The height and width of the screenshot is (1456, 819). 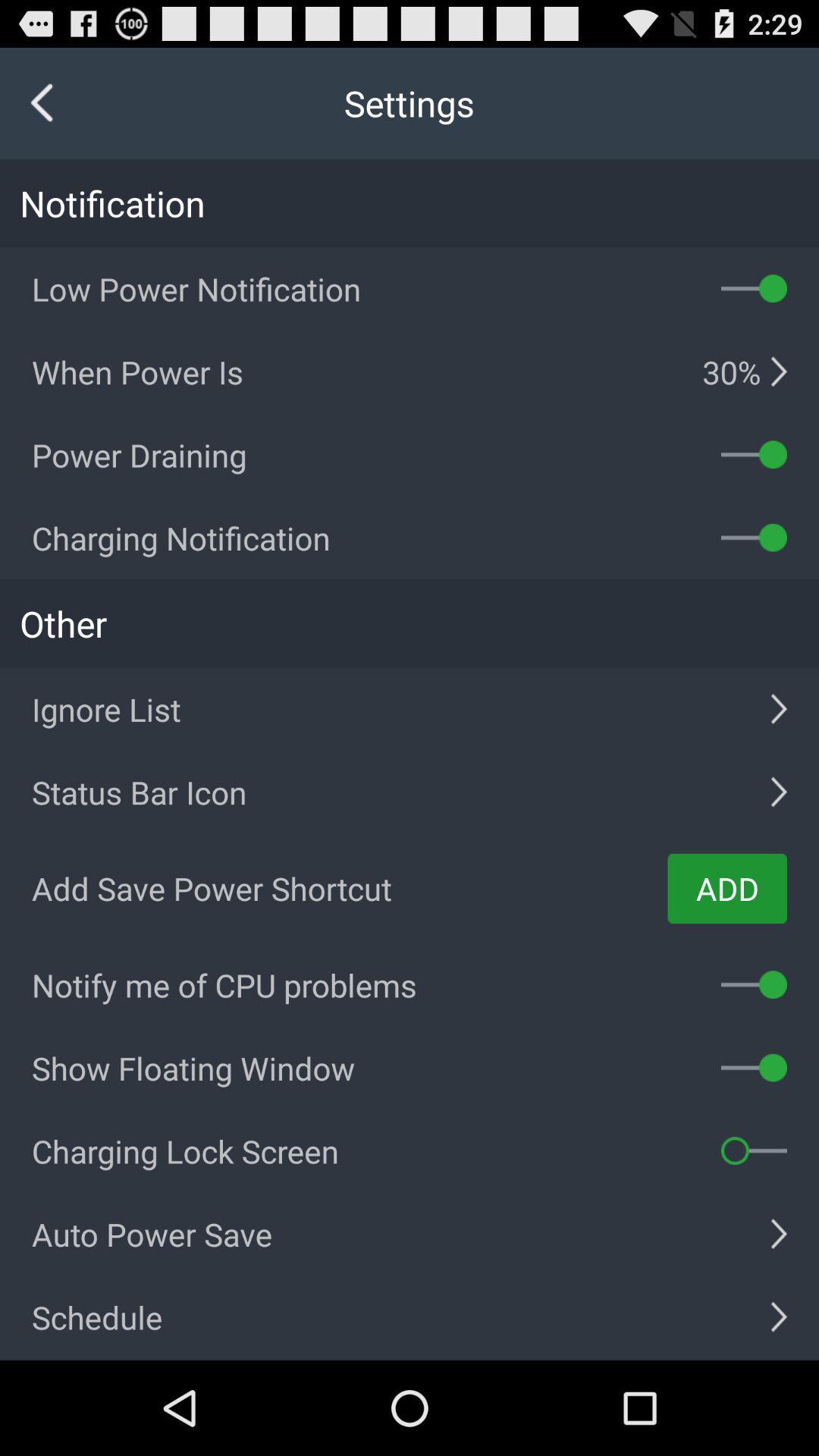 What do you see at coordinates (42, 102) in the screenshot?
I see `app to the left of settings` at bounding box center [42, 102].